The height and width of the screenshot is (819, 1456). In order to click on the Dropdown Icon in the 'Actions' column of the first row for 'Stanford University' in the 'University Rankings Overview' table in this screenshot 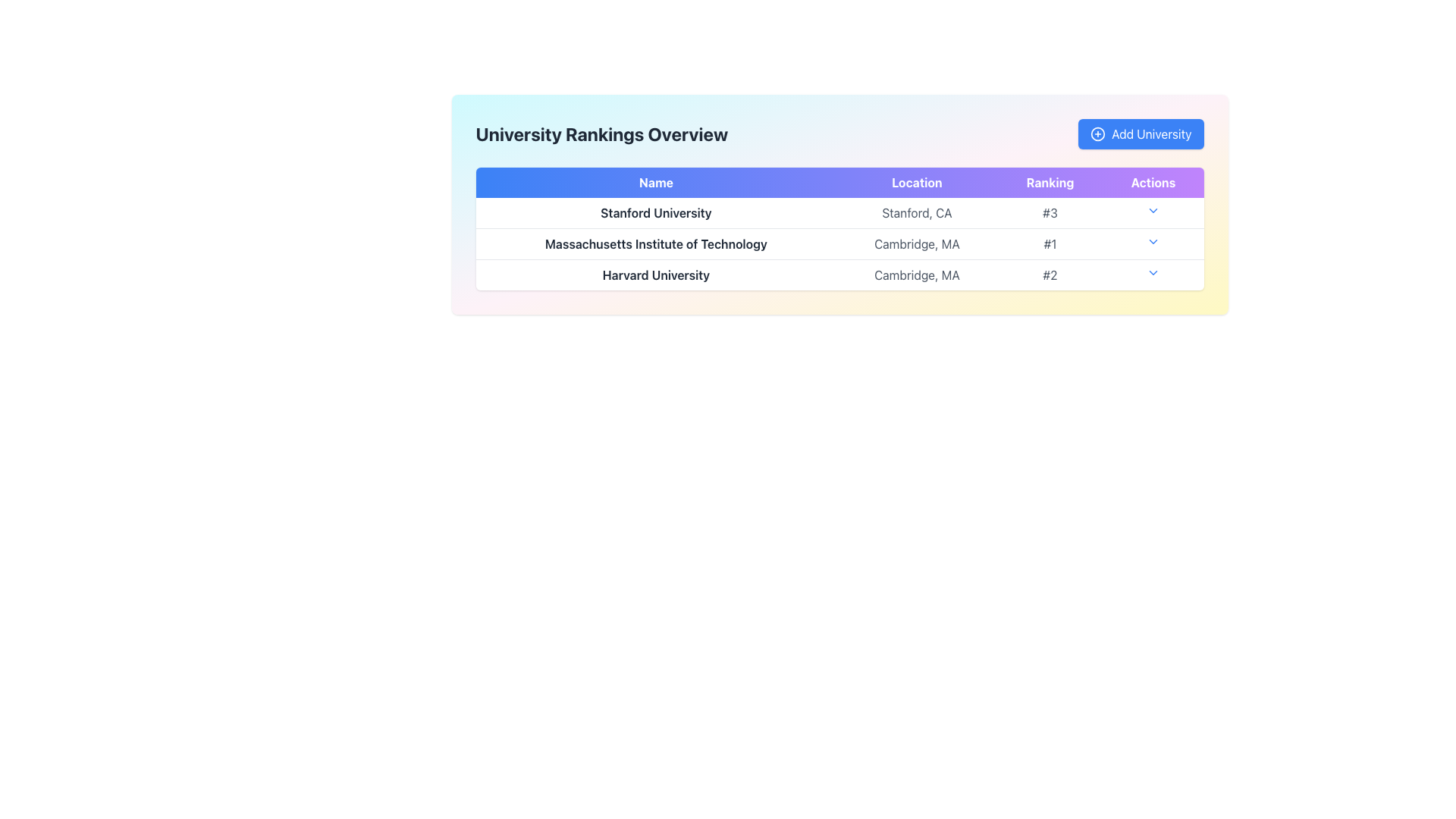, I will do `click(1153, 210)`.